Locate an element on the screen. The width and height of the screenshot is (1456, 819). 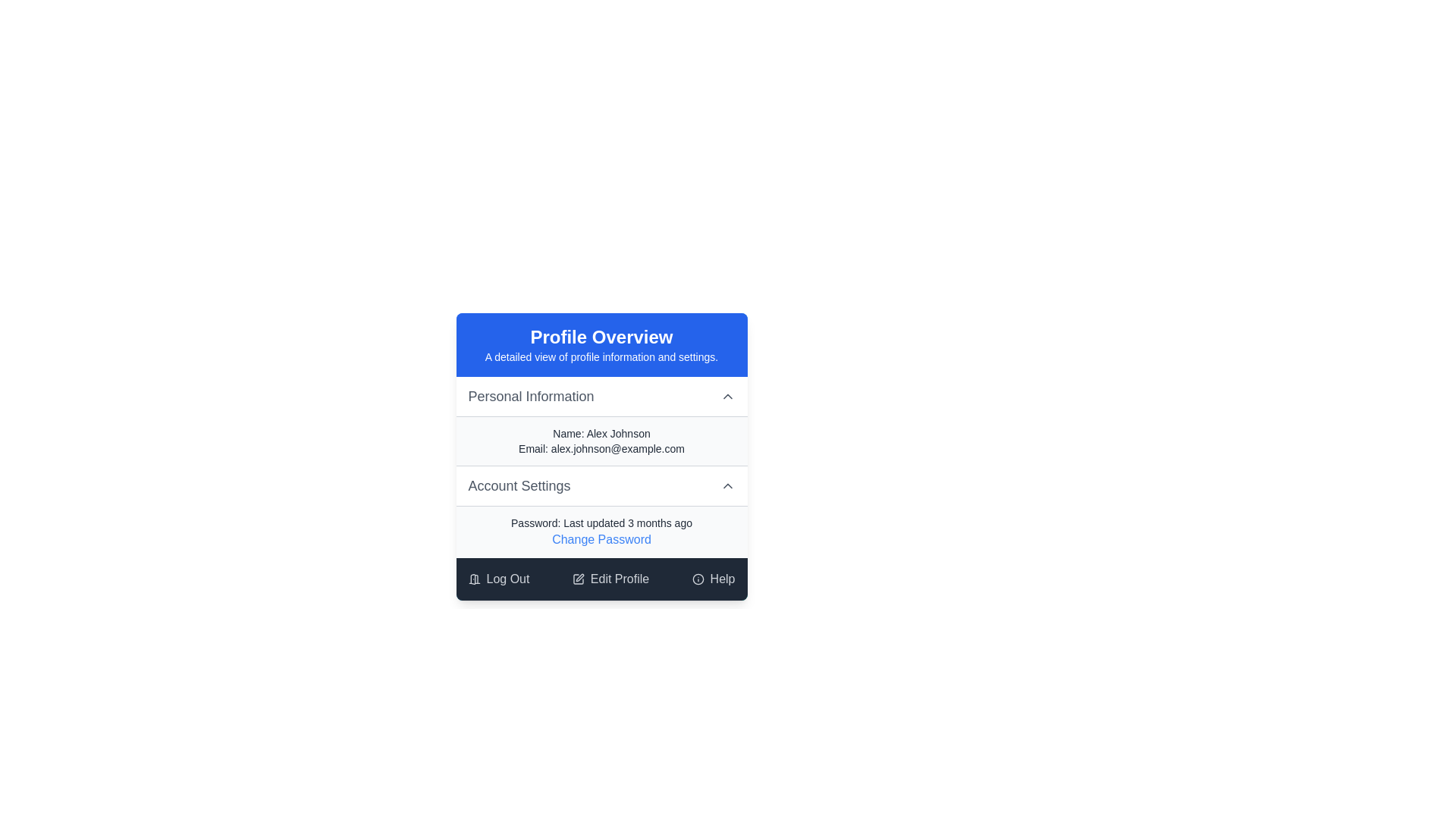
the toggle button for expanding or collapsing the 'Personal Information' section, located just below the 'Profile Overview' section and above the details of 'Name: Alex Johnson' is located at coordinates (601, 396).